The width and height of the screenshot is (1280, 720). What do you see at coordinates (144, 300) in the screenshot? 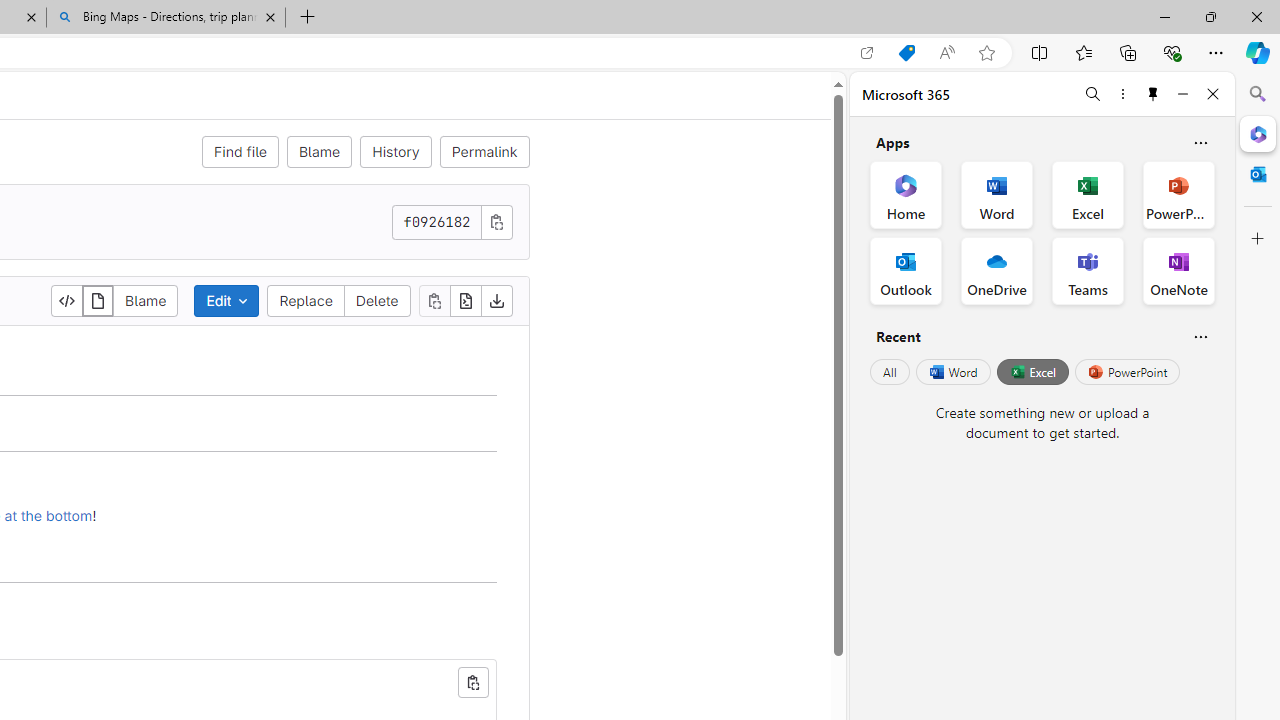
I see `'Blame'` at bounding box center [144, 300].